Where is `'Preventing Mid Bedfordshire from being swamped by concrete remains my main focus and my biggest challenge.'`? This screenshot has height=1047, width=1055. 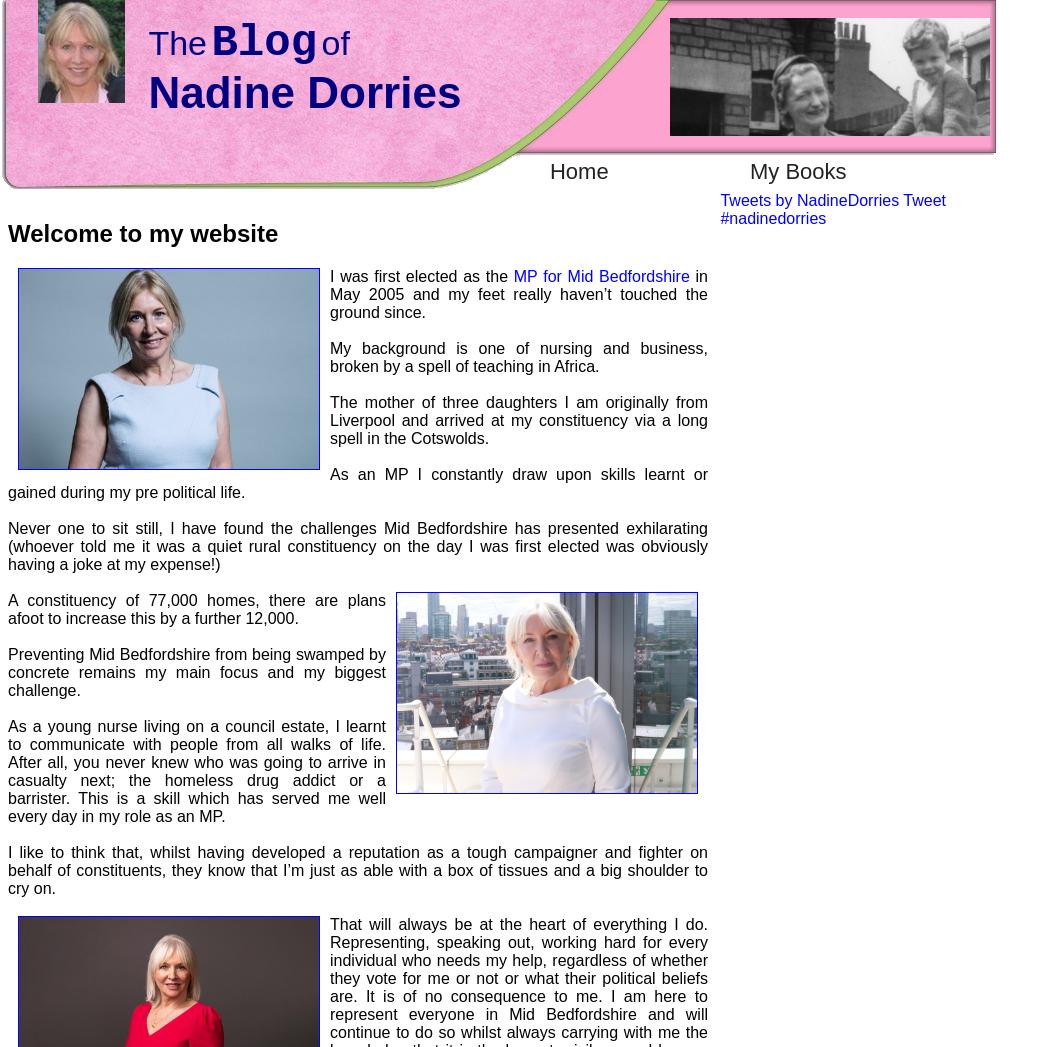
'Preventing Mid Bedfordshire from being swamped by concrete remains my main focus and my biggest challenge.' is located at coordinates (8, 670).